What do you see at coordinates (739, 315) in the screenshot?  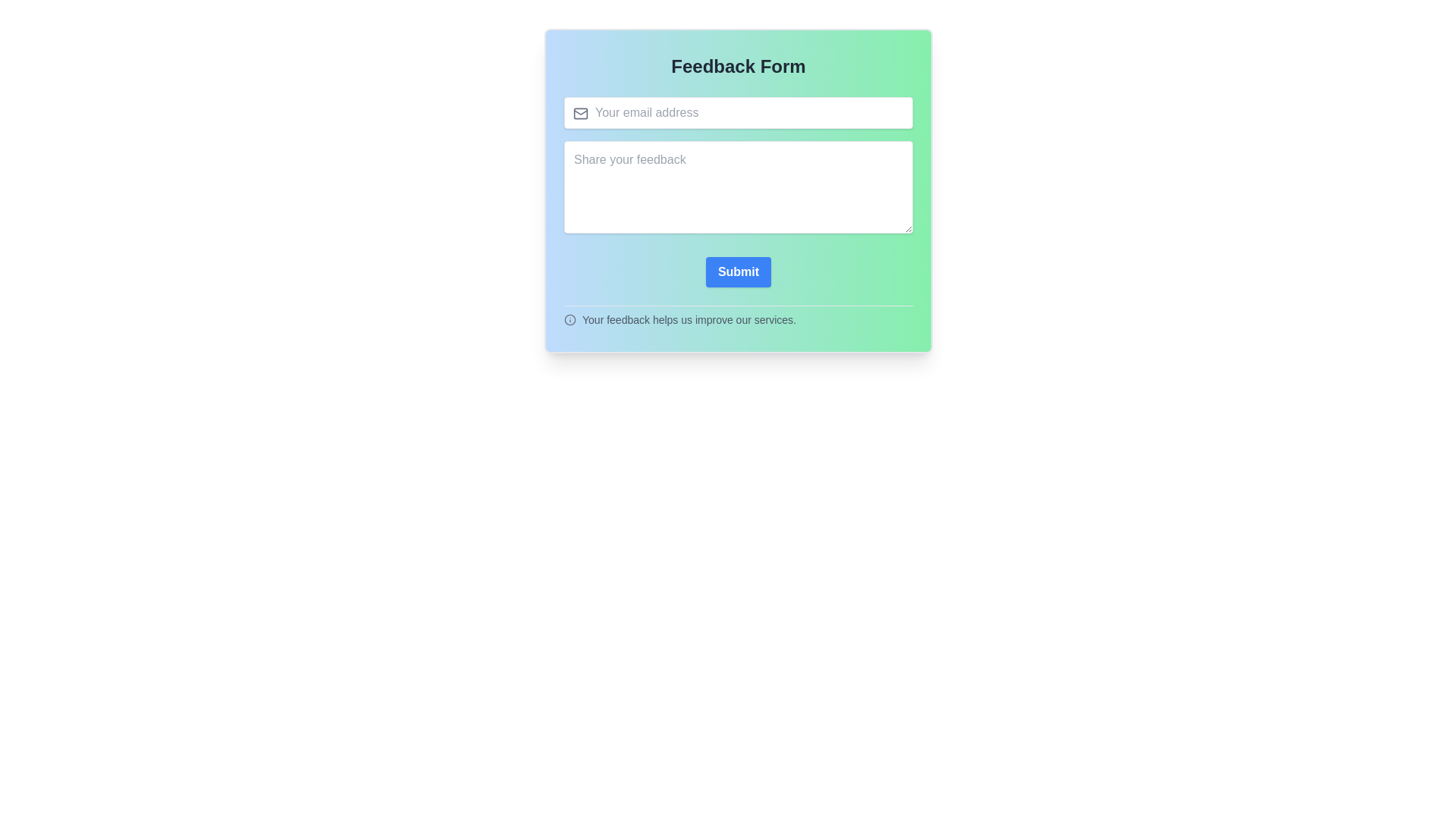 I see `informational text with a small gray font and an accompanying circular icon containing an information symbol, located directly below the 'Submit' button in the feedback form` at bounding box center [739, 315].